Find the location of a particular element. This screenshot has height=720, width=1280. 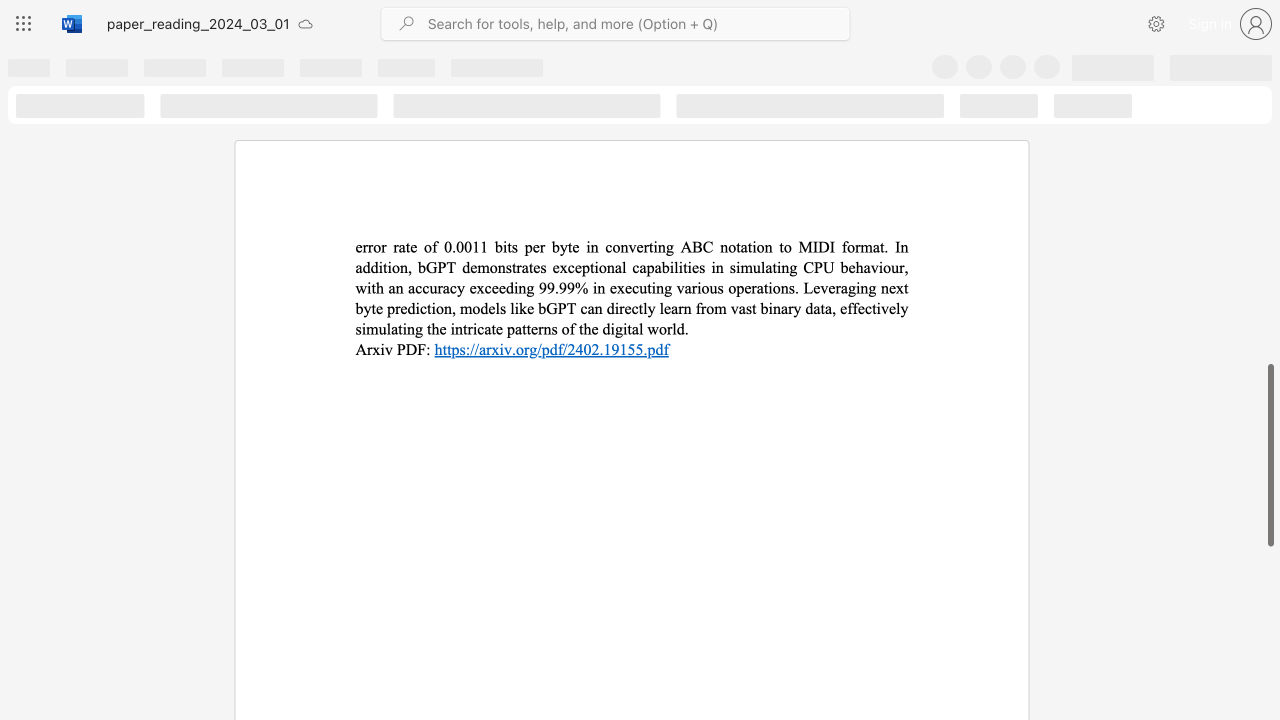

the scrollbar on the right side to scroll the page up is located at coordinates (1269, 148).